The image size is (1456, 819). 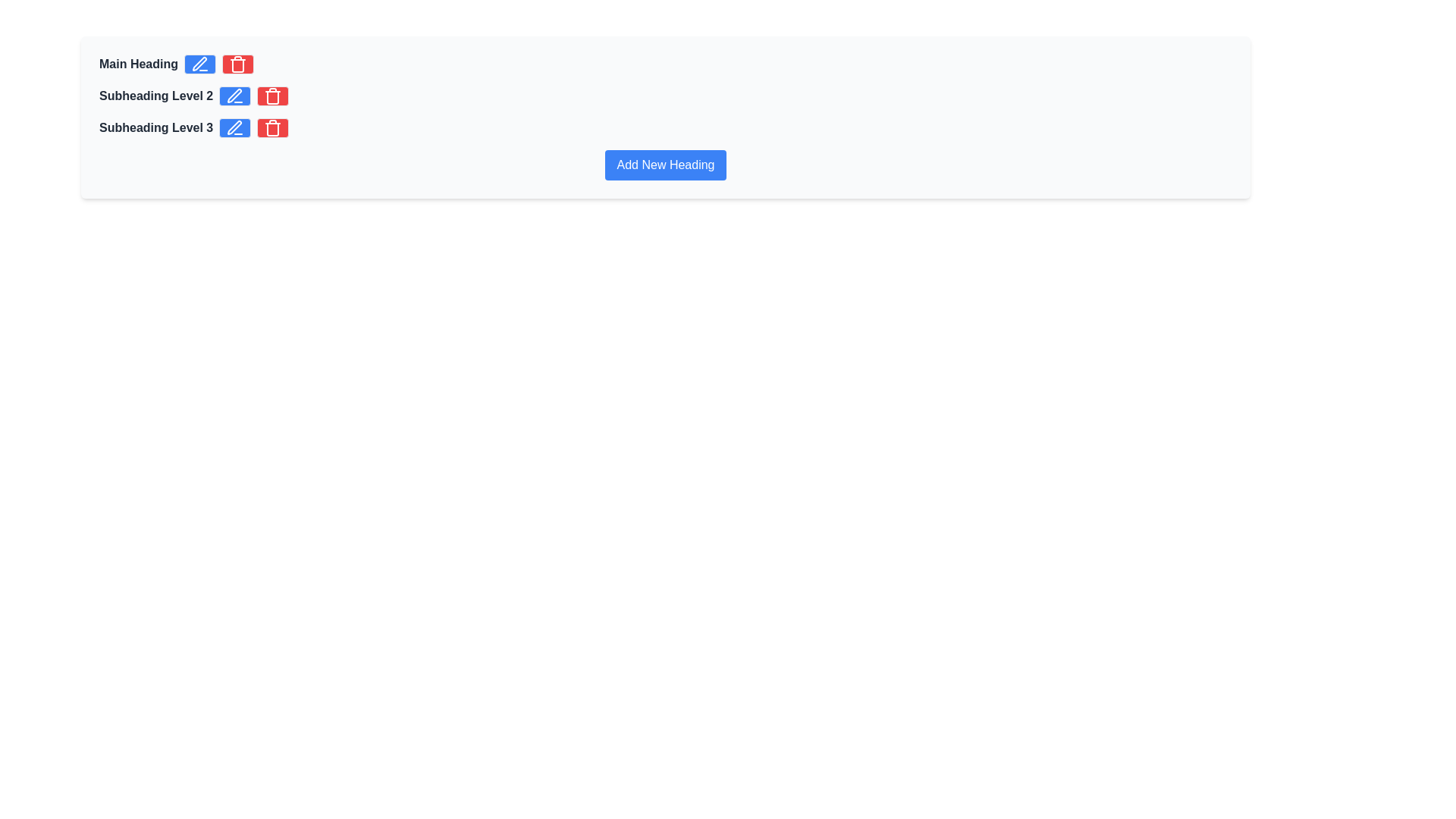 What do you see at coordinates (666, 165) in the screenshot?
I see `the rectangular button with rounded corners, blue background, and white bold text that reads 'Add New Heading'` at bounding box center [666, 165].